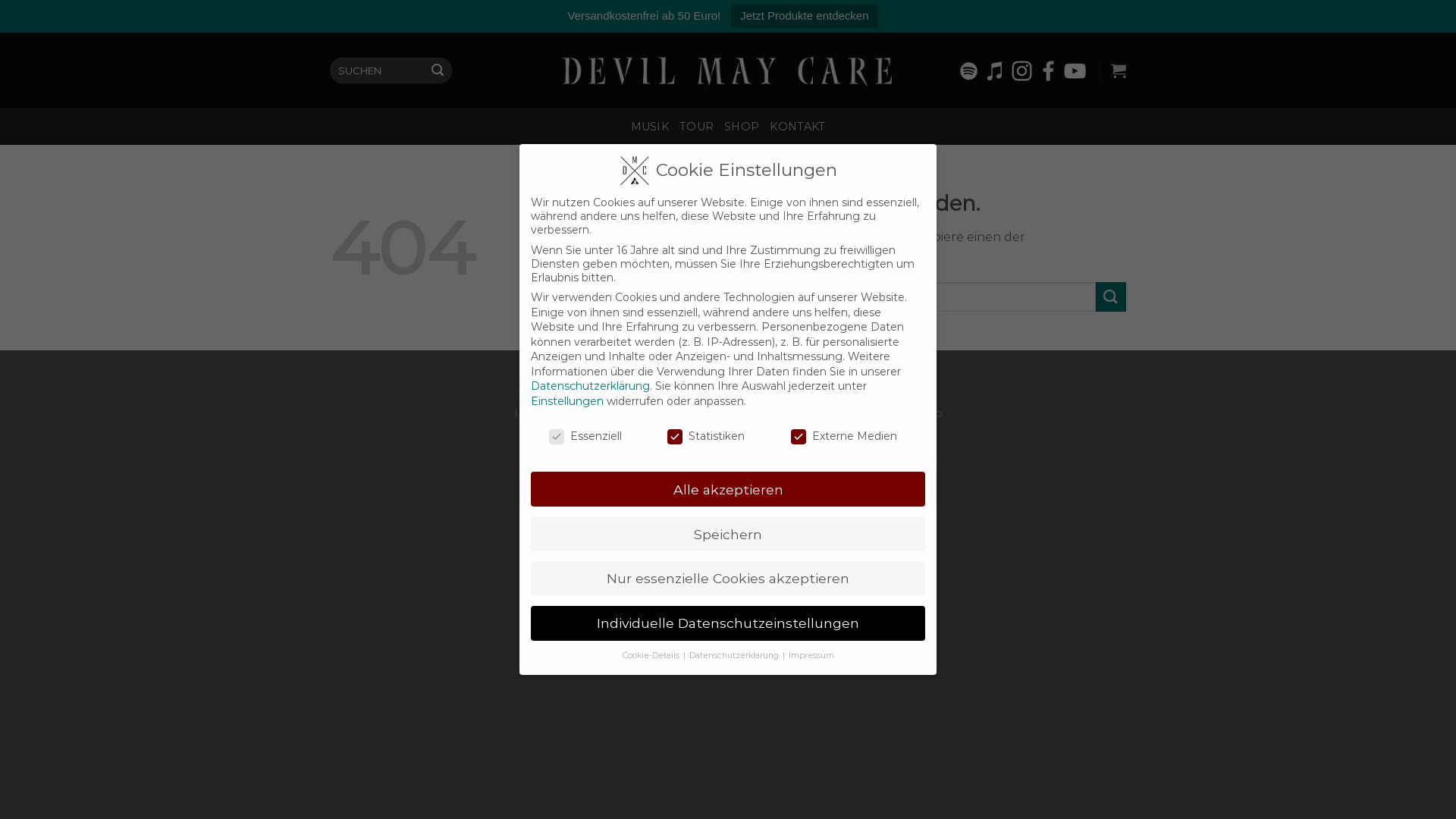 This screenshot has height=819, width=1456. Describe the element at coordinates (546, 413) in the screenshot. I see `'Impressum'` at that location.